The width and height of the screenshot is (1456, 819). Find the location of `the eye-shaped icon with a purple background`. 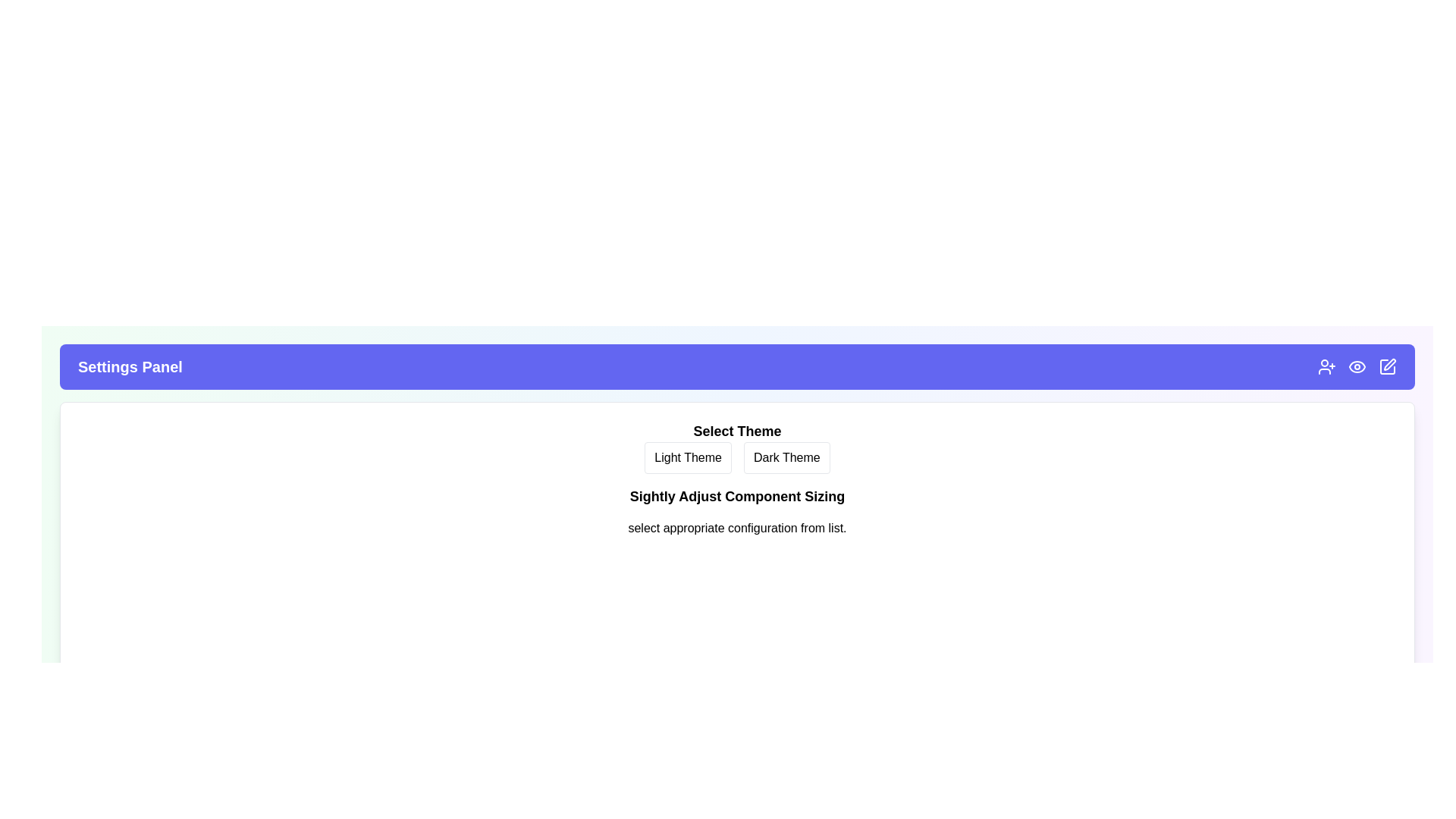

the eye-shaped icon with a purple background is located at coordinates (1357, 366).